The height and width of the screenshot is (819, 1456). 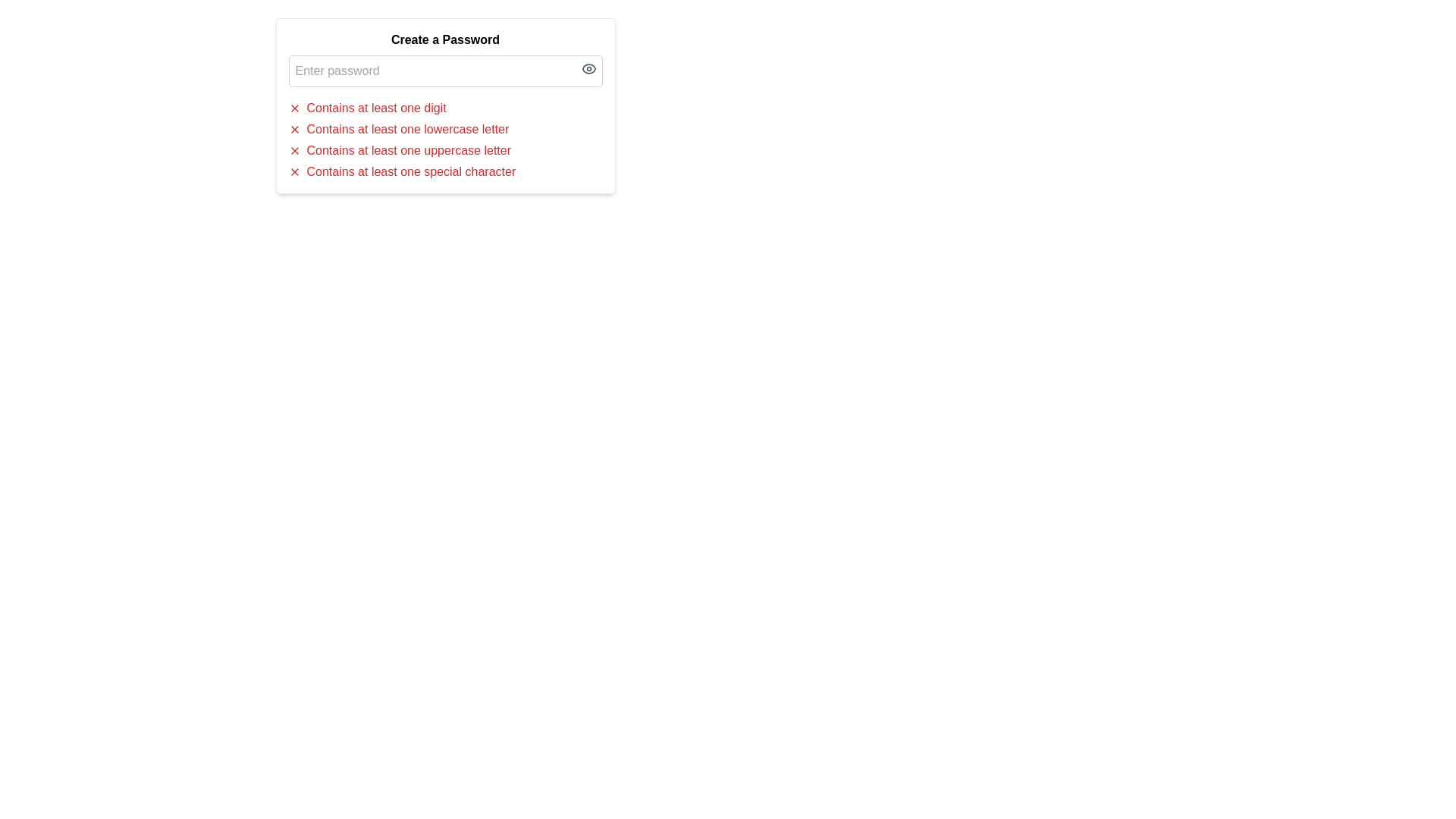 What do you see at coordinates (411, 171) in the screenshot?
I see `the static text label that informs the user about password criteria, positioned below the text 'Contains at least one uppercase letter.'` at bounding box center [411, 171].